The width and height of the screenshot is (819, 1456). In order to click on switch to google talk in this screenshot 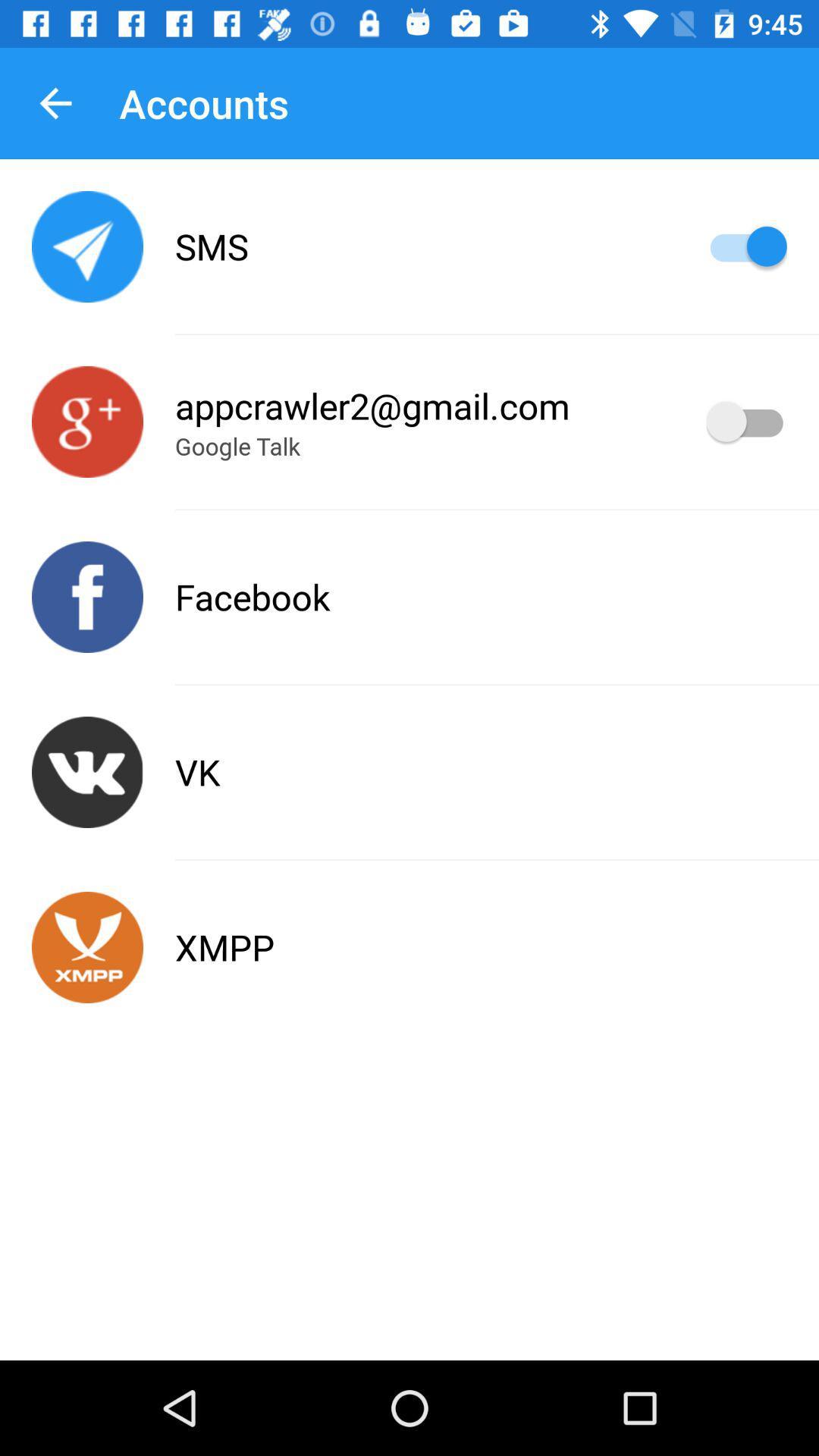, I will do `click(87, 422)`.